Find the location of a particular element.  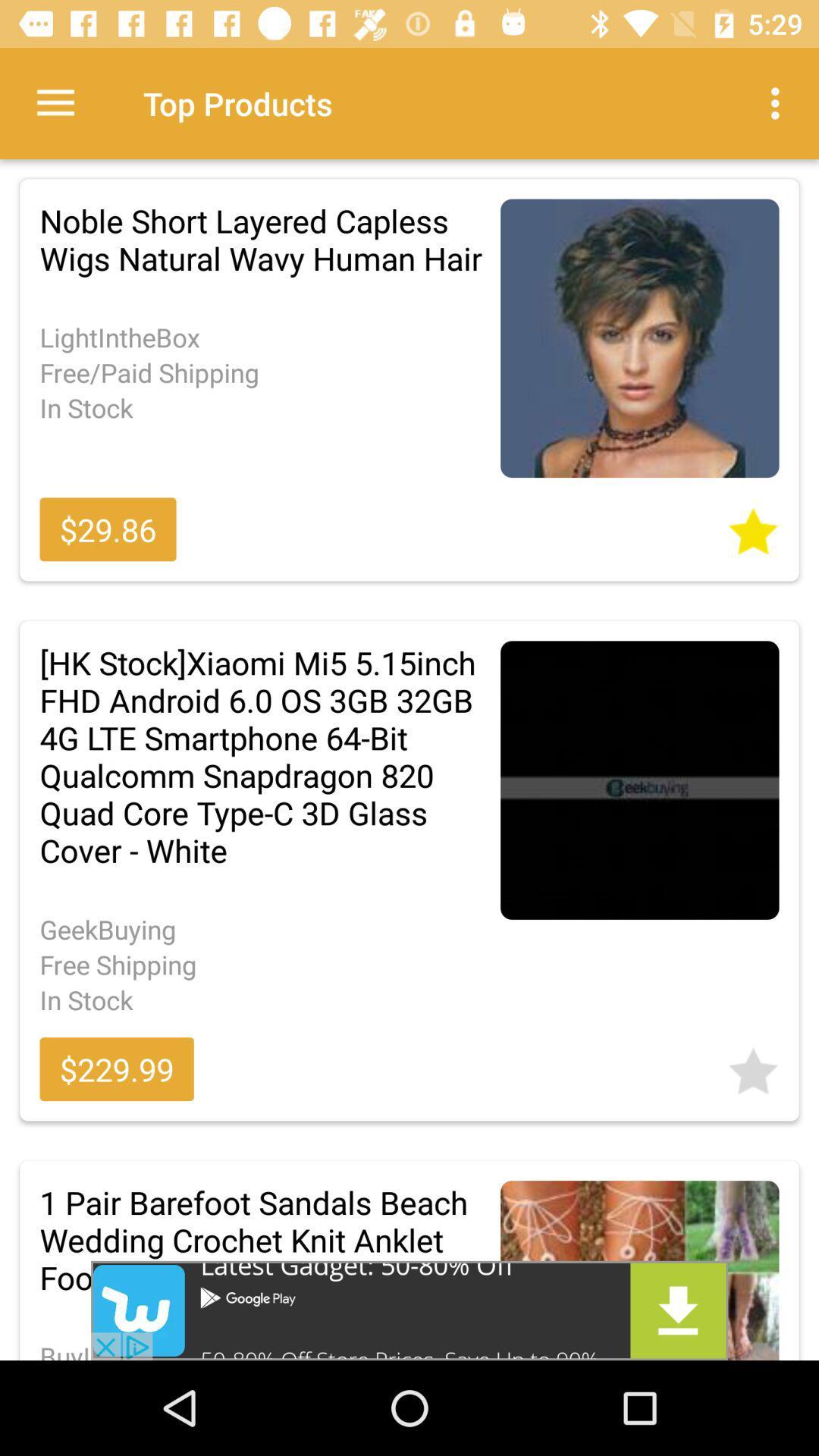

the second image is located at coordinates (640, 780).